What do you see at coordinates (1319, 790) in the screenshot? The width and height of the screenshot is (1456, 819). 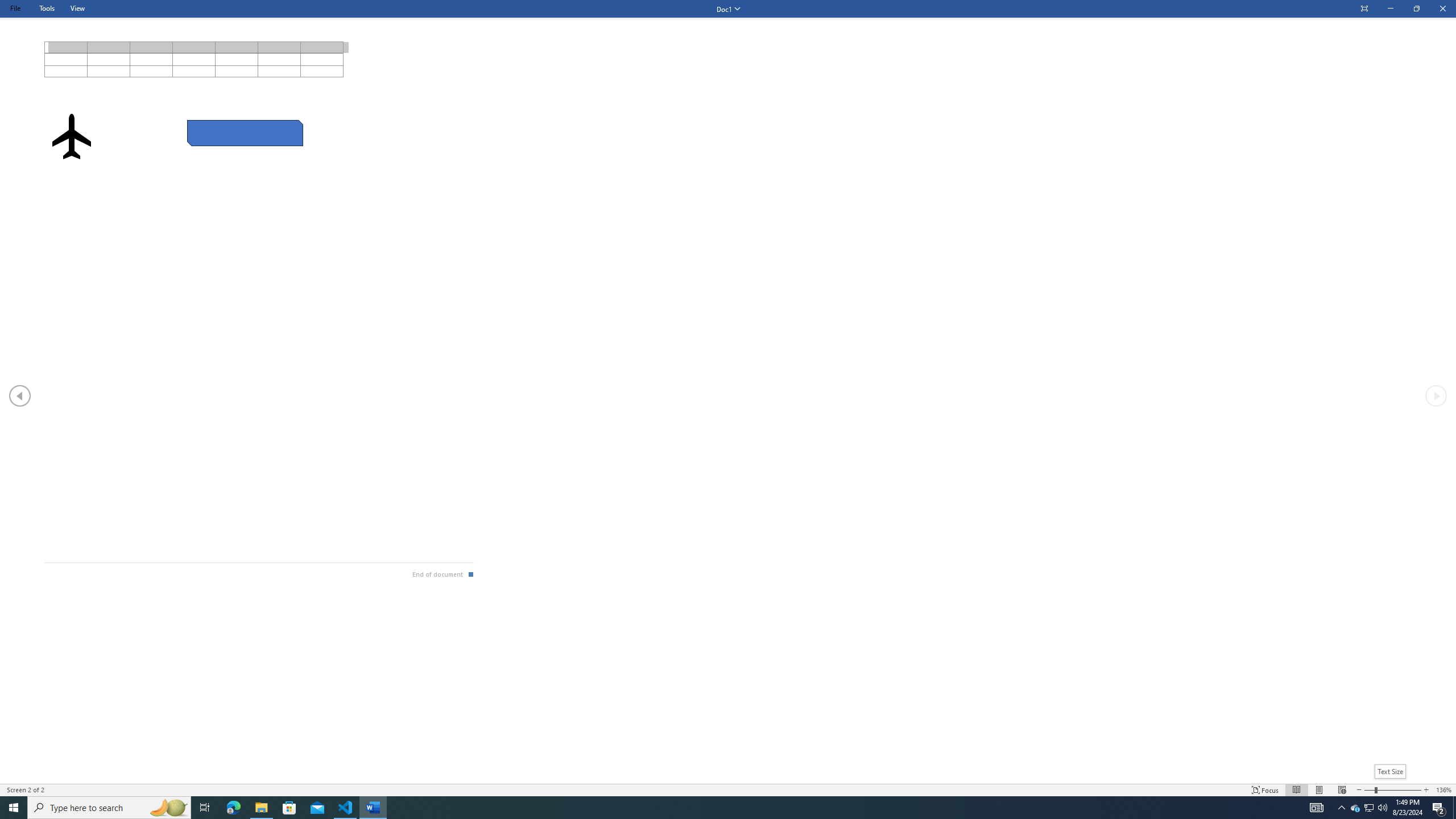 I see `'Print Layout'` at bounding box center [1319, 790].